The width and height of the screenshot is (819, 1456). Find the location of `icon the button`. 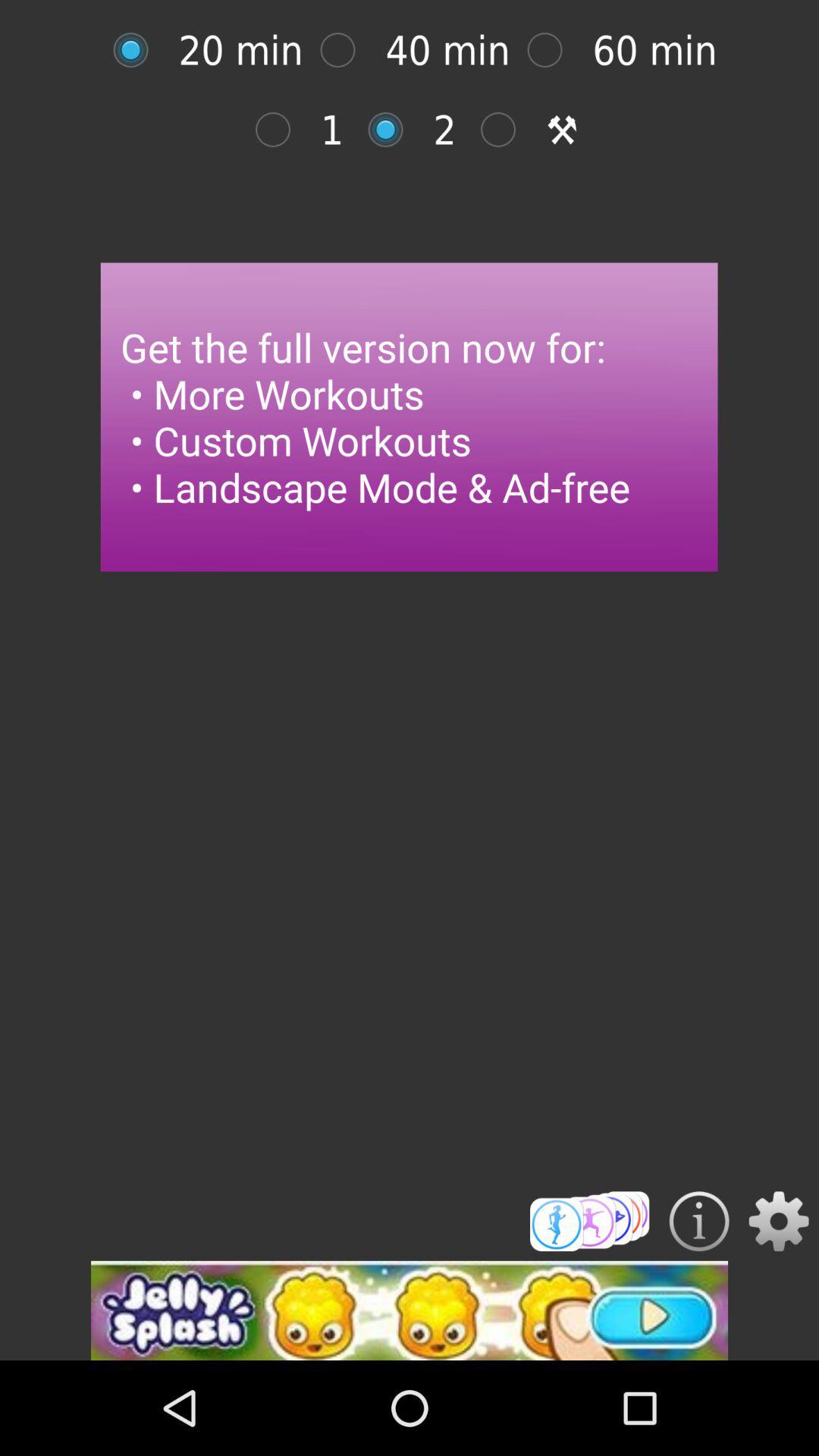

icon the button is located at coordinates (699, 1221).